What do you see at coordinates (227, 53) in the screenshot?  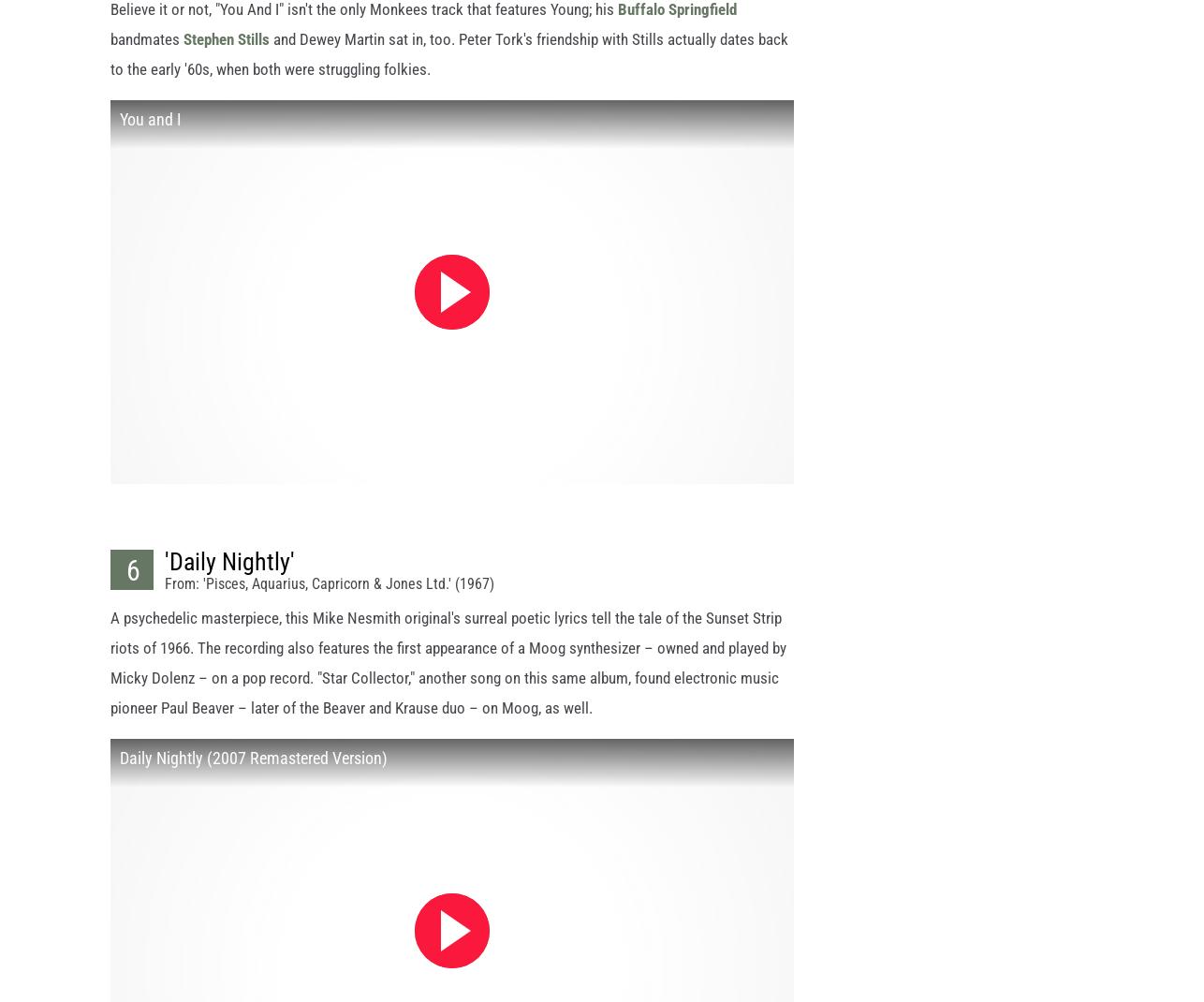 I see `'Stephen Stills'` at bounding box center [227, 53].